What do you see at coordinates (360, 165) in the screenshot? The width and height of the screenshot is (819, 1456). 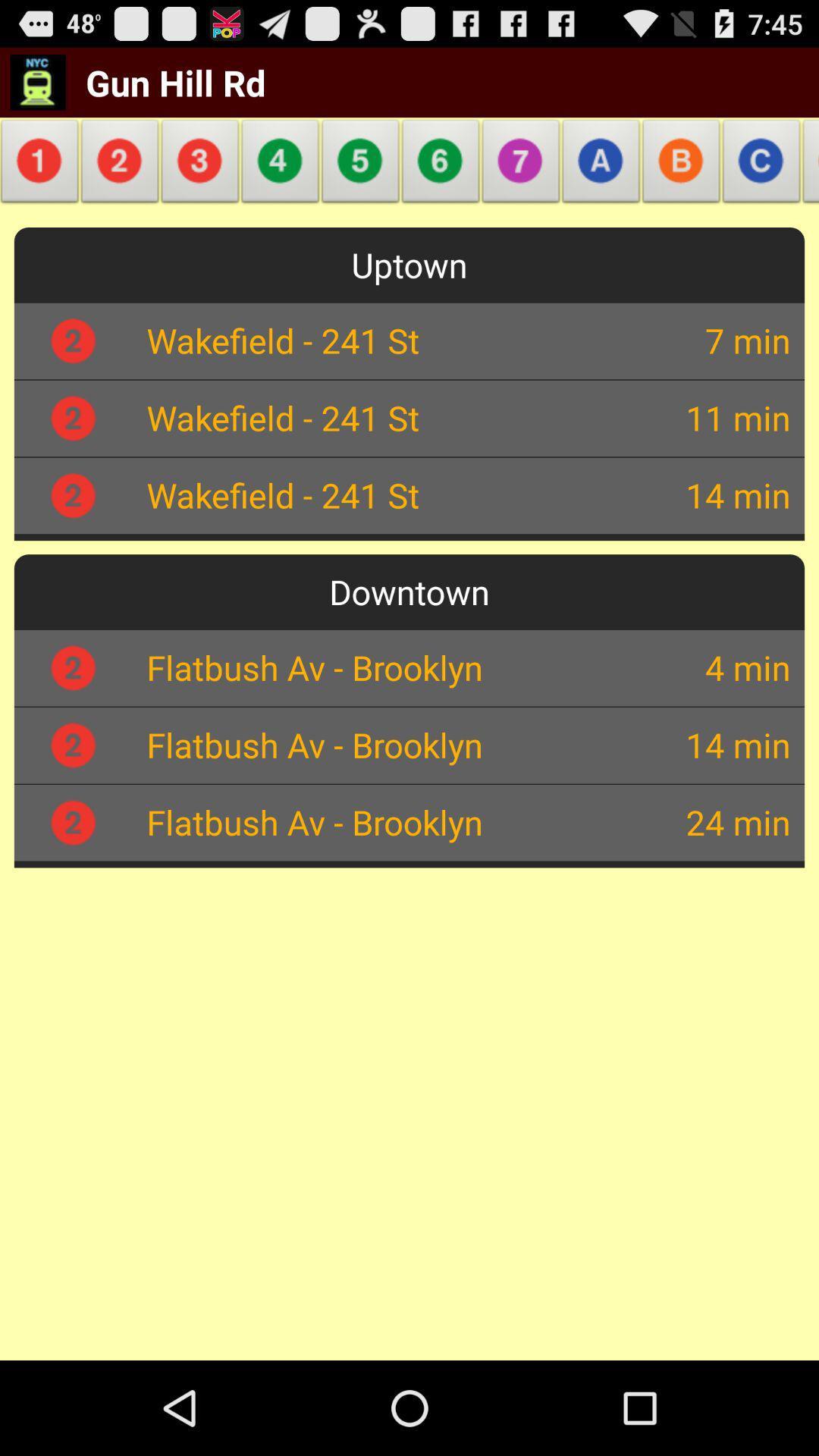 I see `icon to the right of the gun hill rd app` at bounding box center [360, 165].